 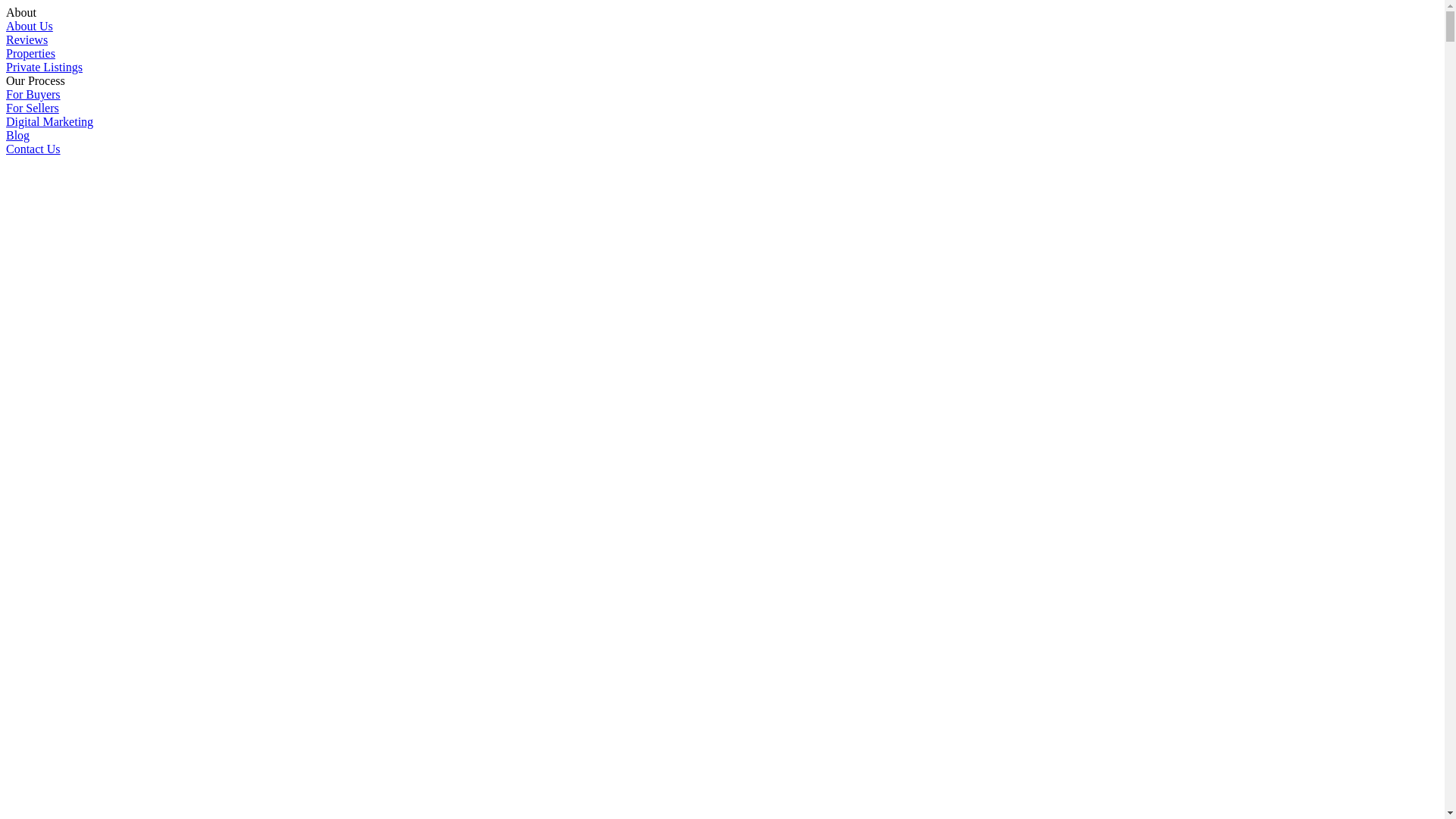 I want to click on 'About Us', so click(x=29, y=26).